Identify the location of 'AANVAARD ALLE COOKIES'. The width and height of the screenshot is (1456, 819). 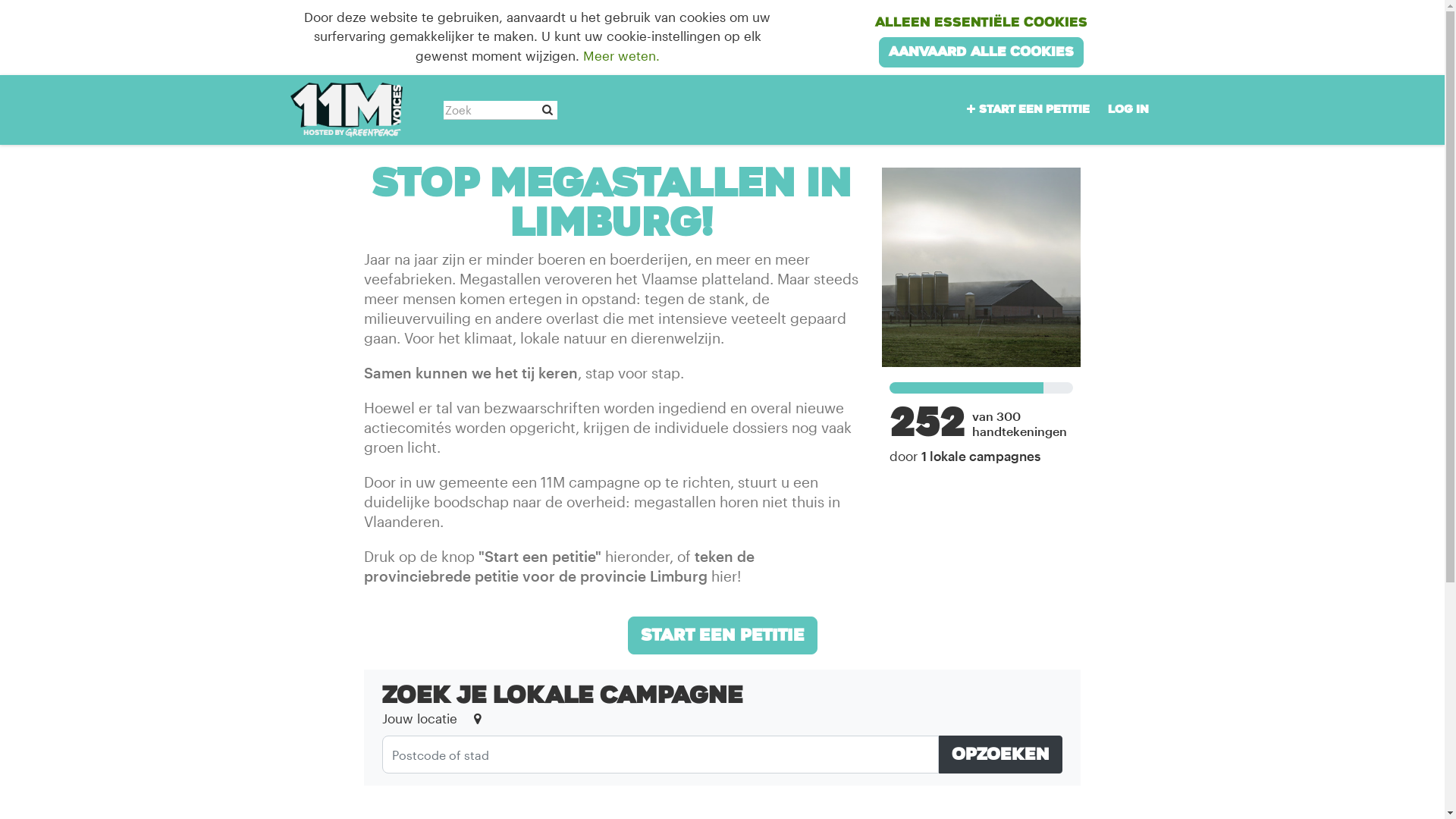
(981, 51).